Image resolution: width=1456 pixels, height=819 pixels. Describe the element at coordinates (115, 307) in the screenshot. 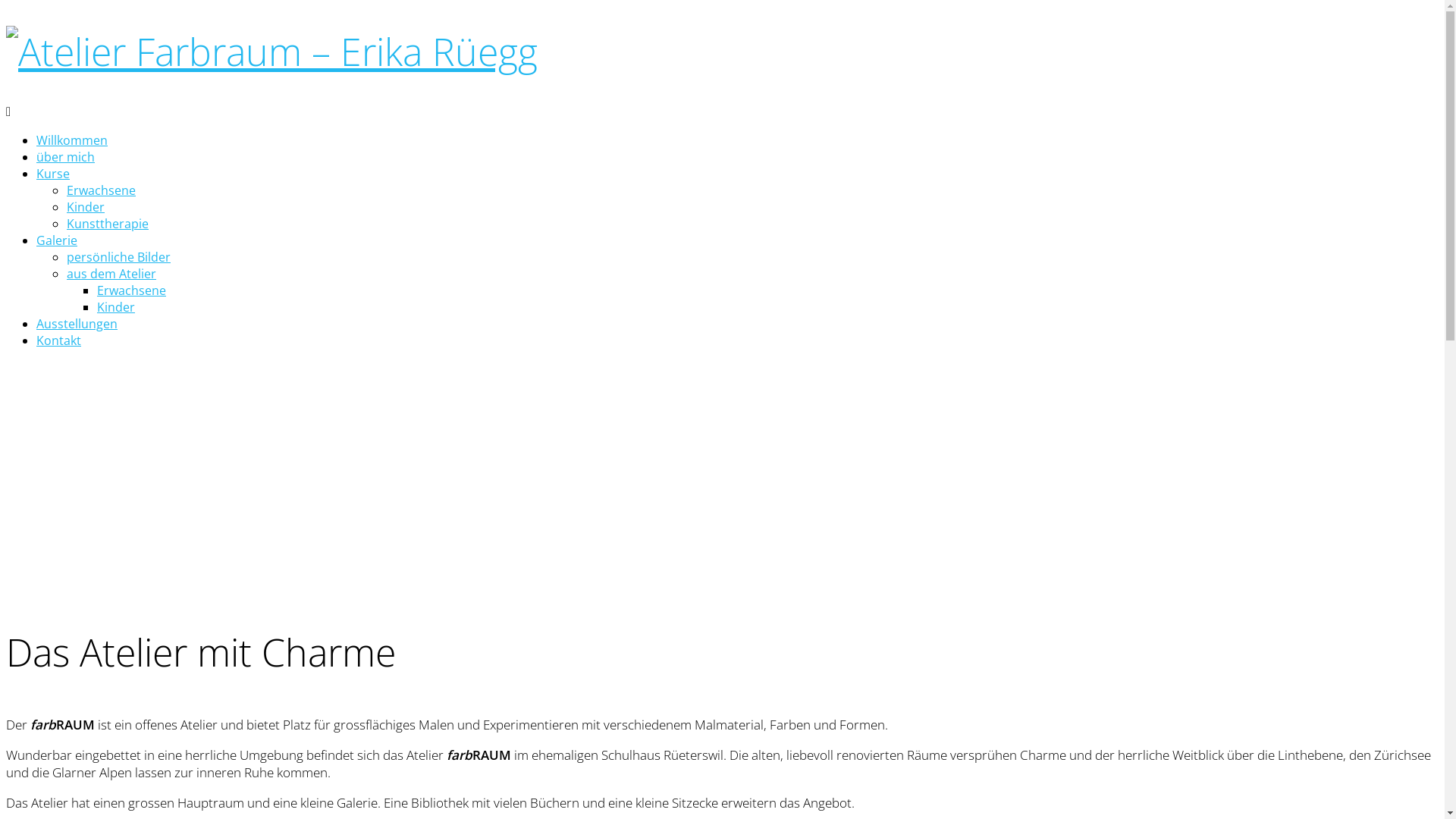

I see `'Kinder'` at that location.